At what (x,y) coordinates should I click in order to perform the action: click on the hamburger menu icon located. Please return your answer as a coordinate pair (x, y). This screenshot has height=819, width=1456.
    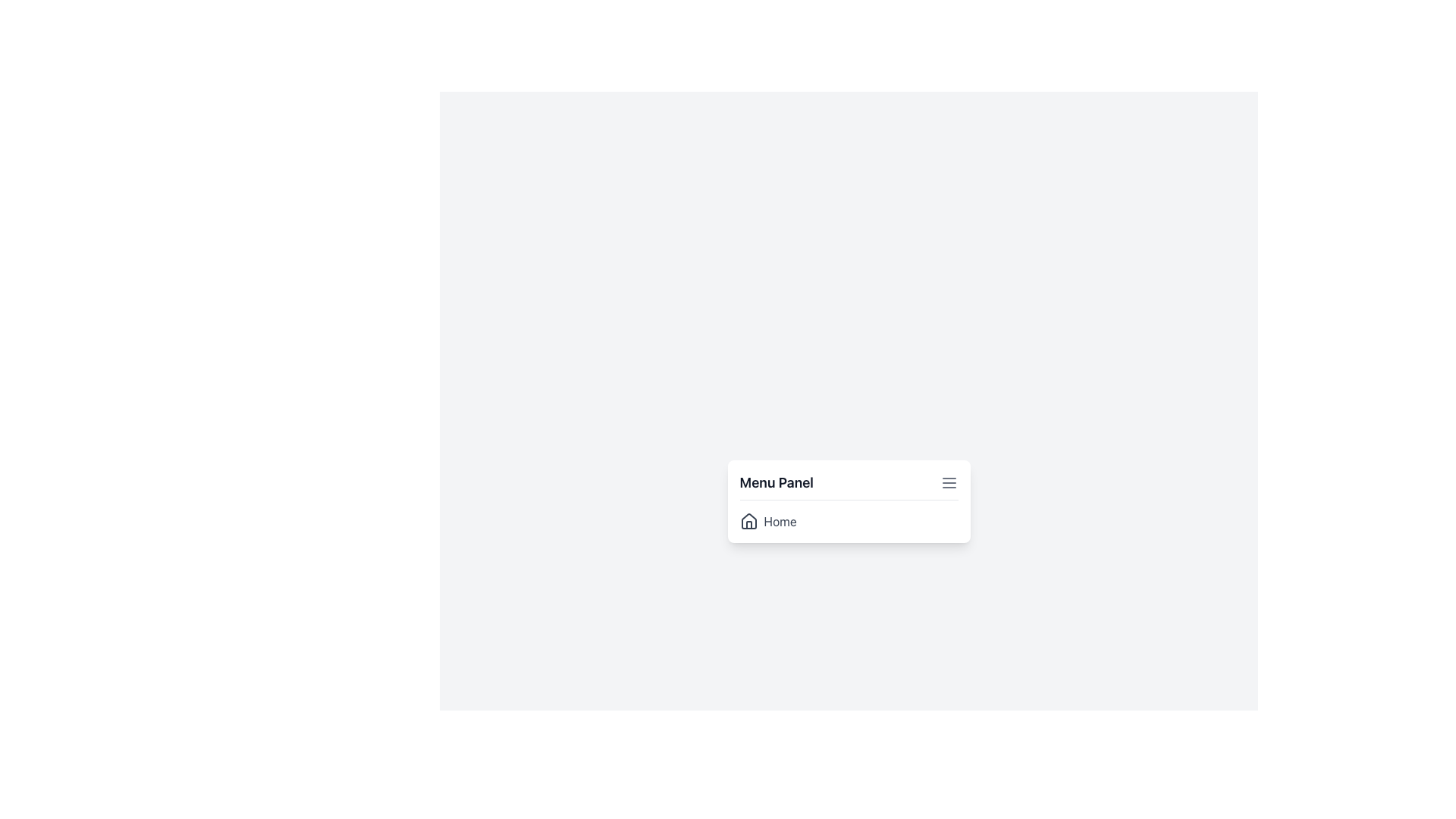
    Looking at the image, I should click on (948, 482).